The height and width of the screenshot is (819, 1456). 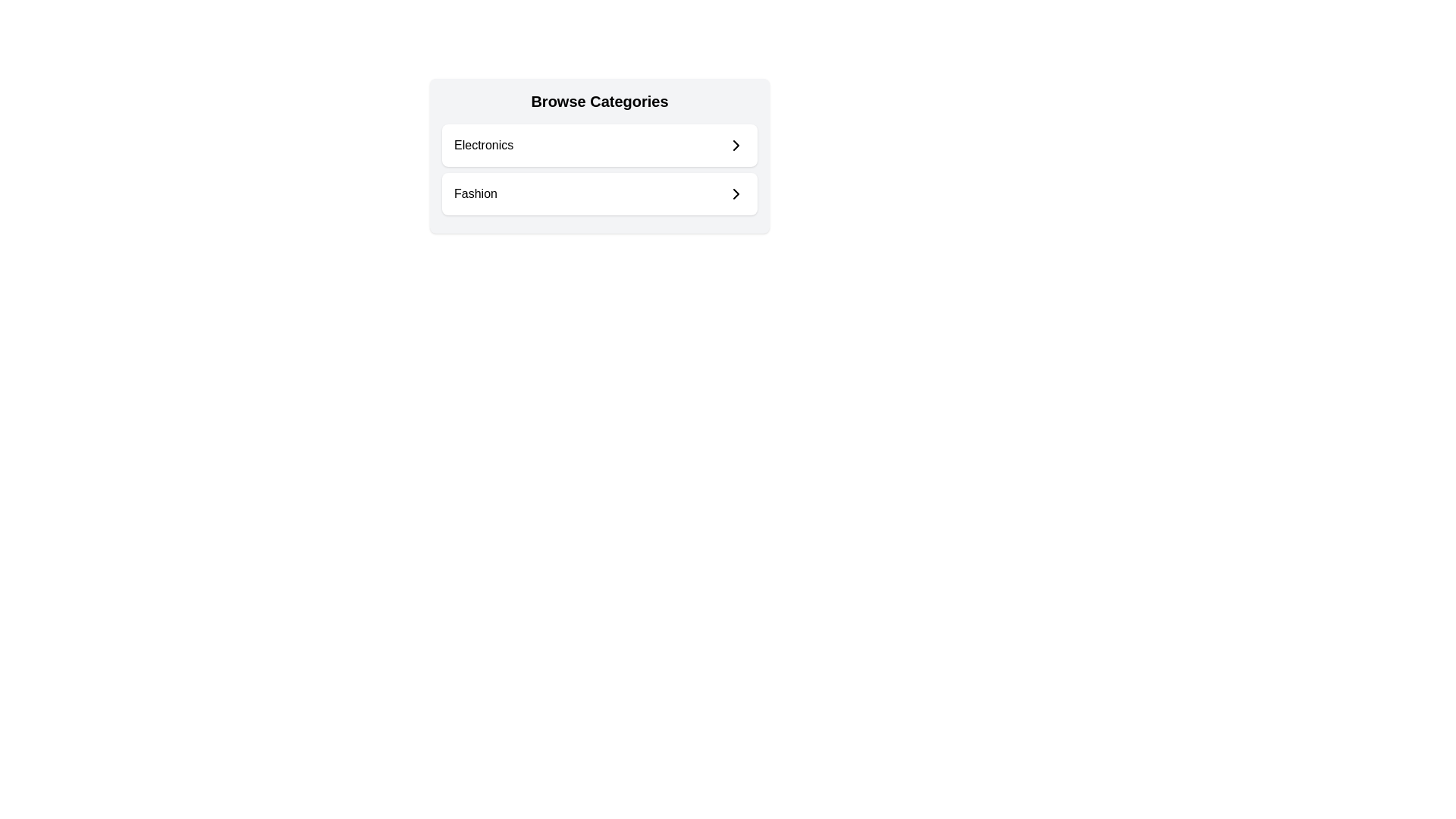 What do you see at coordinates (483, 146) in the screenshot?
I see `the 'Electronics' text label` at bounding box center [483, 146].